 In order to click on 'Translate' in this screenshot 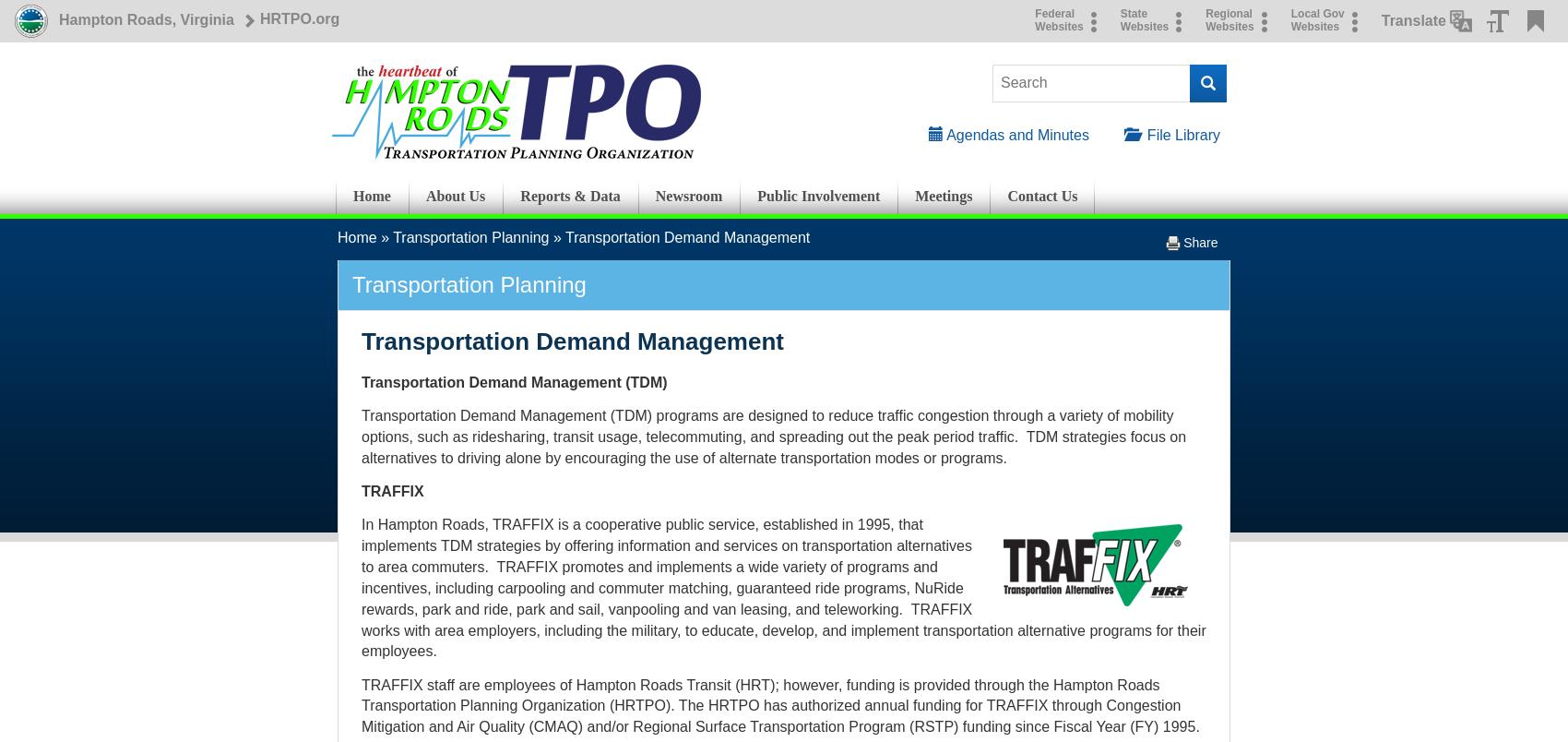, I will do `click(1413, 19)`.